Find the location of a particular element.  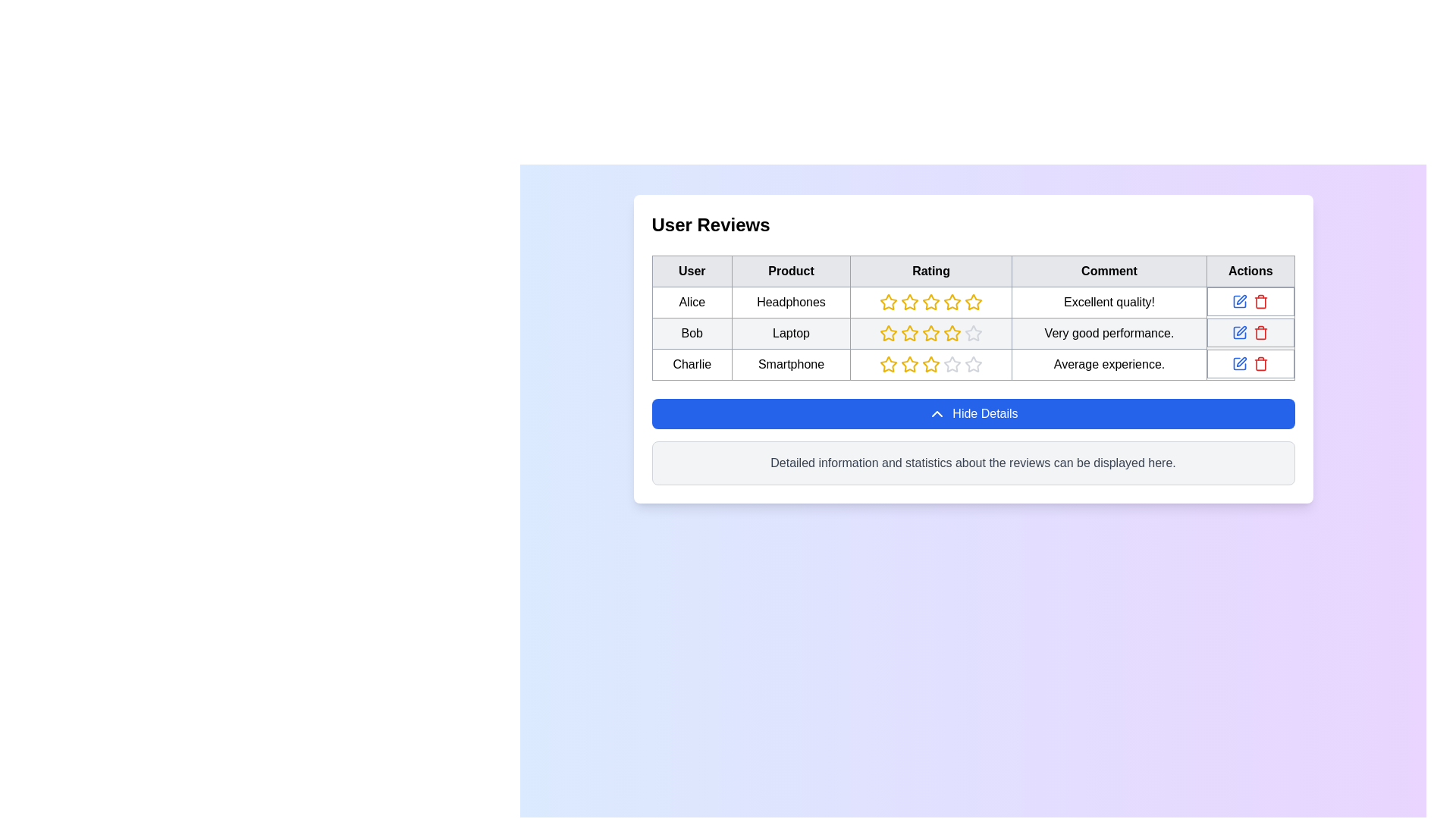

the vector graphic component, which is a small icon with rounded corners located in the Actions column of the review row for 'Bob' and 'Laptop' is located at coordinates (1240, 331).